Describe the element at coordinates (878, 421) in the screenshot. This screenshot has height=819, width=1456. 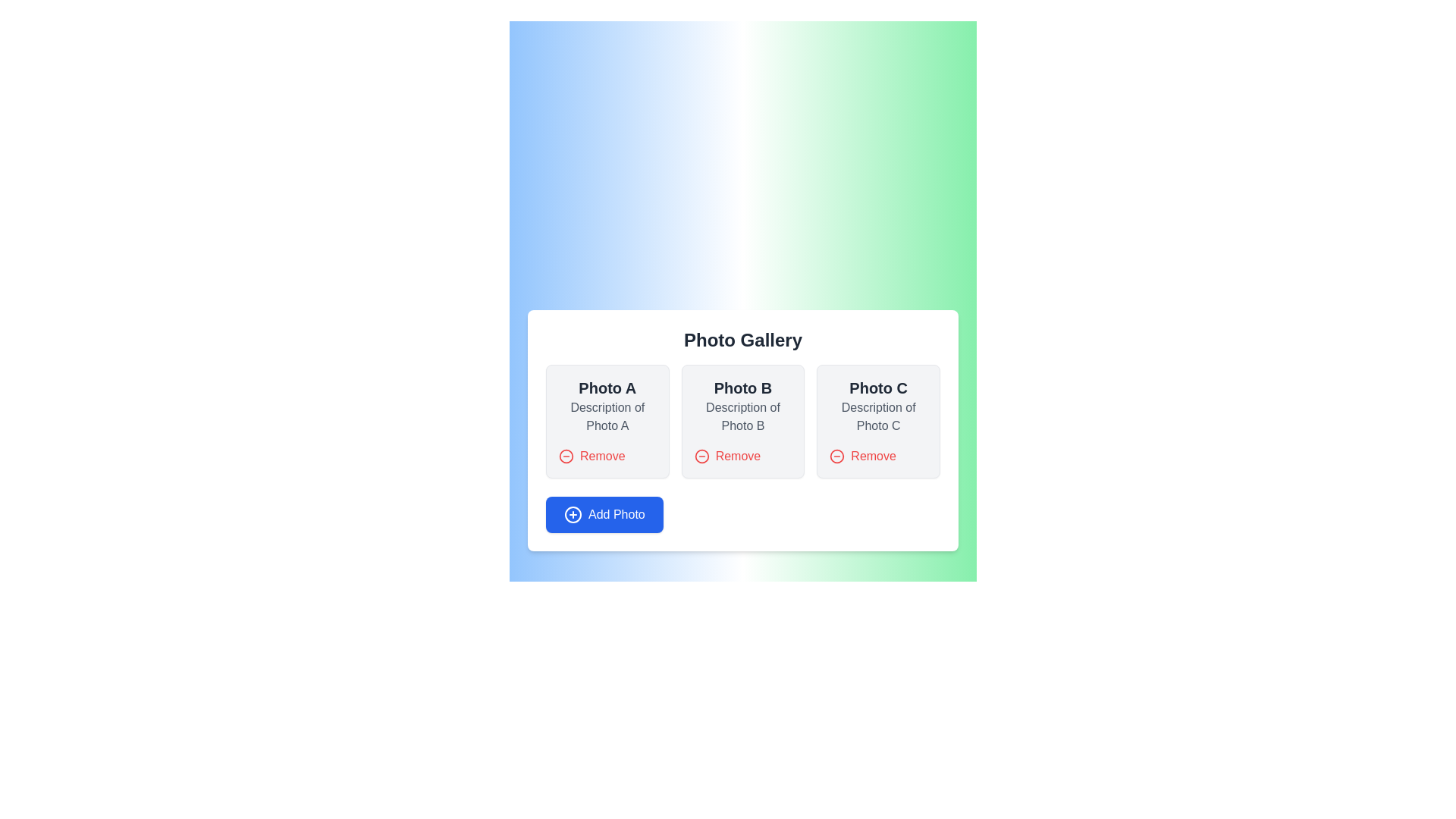
I see `the card displaying details about 'Photo C', which is the third card in a grid layout next to 'Photo B'` at that location.